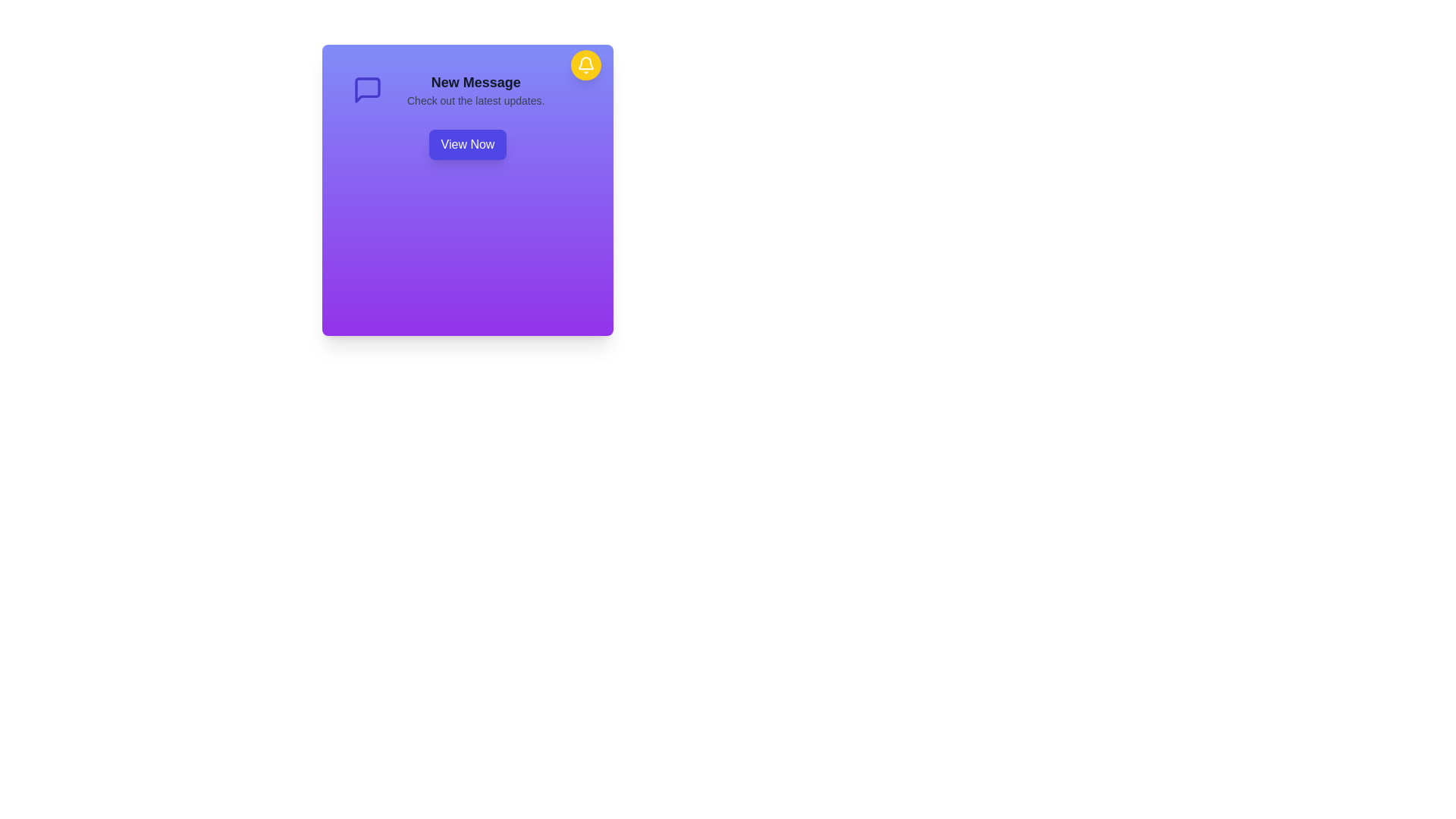 The width and height of the screenshot is (1456, 819). What do you see at coordinates (475, 100) in the screenshot?
I see `informational text component located below the 'New Message' header, which provides additional context for the user` at bounding box center [475, 100].